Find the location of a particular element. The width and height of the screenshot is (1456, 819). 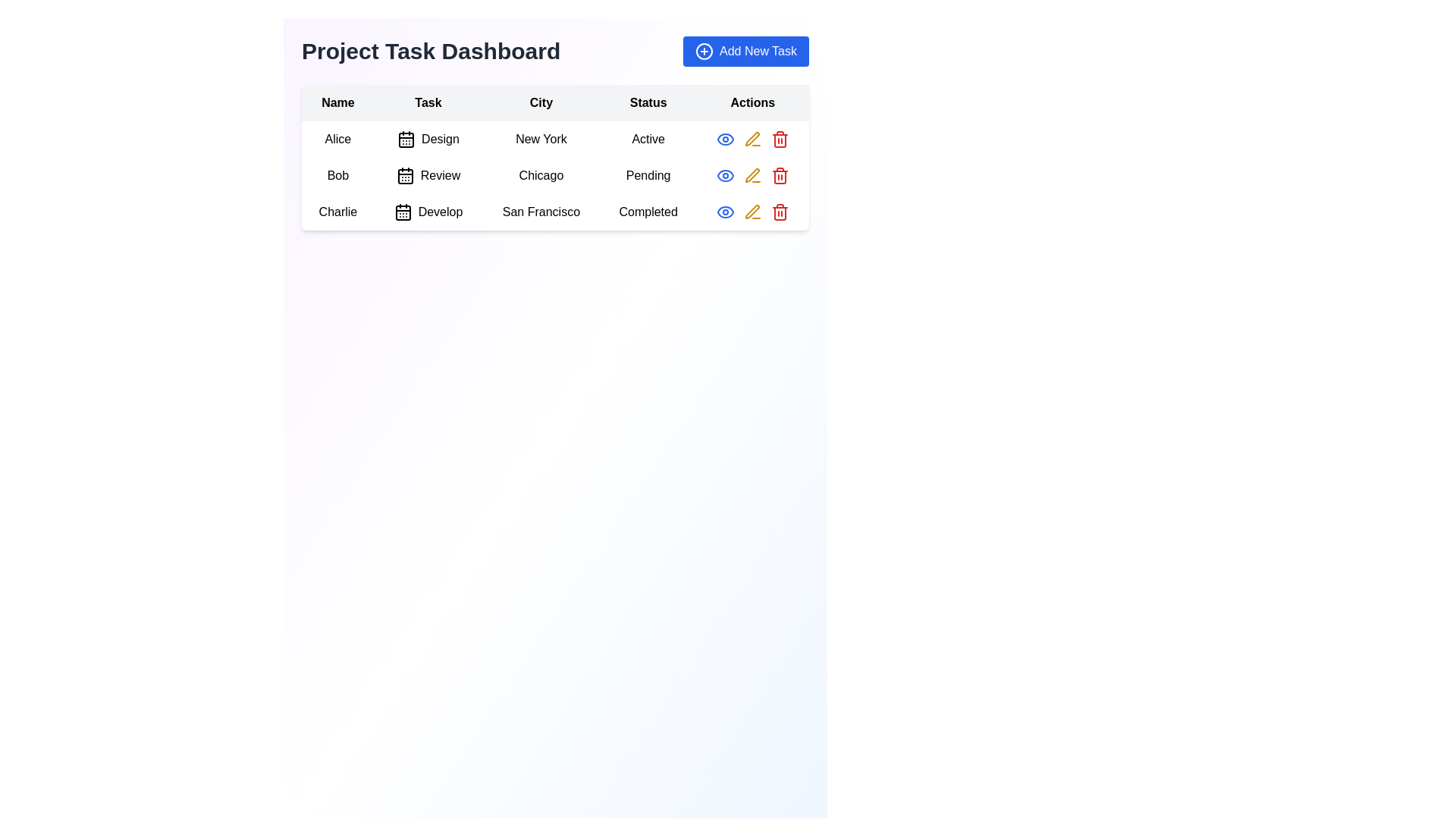

the decorative vector graphic within the 'Add New Task' button located in the top-right corner of the 'Project Task Dashboard' is located at coordinates (704, 51).